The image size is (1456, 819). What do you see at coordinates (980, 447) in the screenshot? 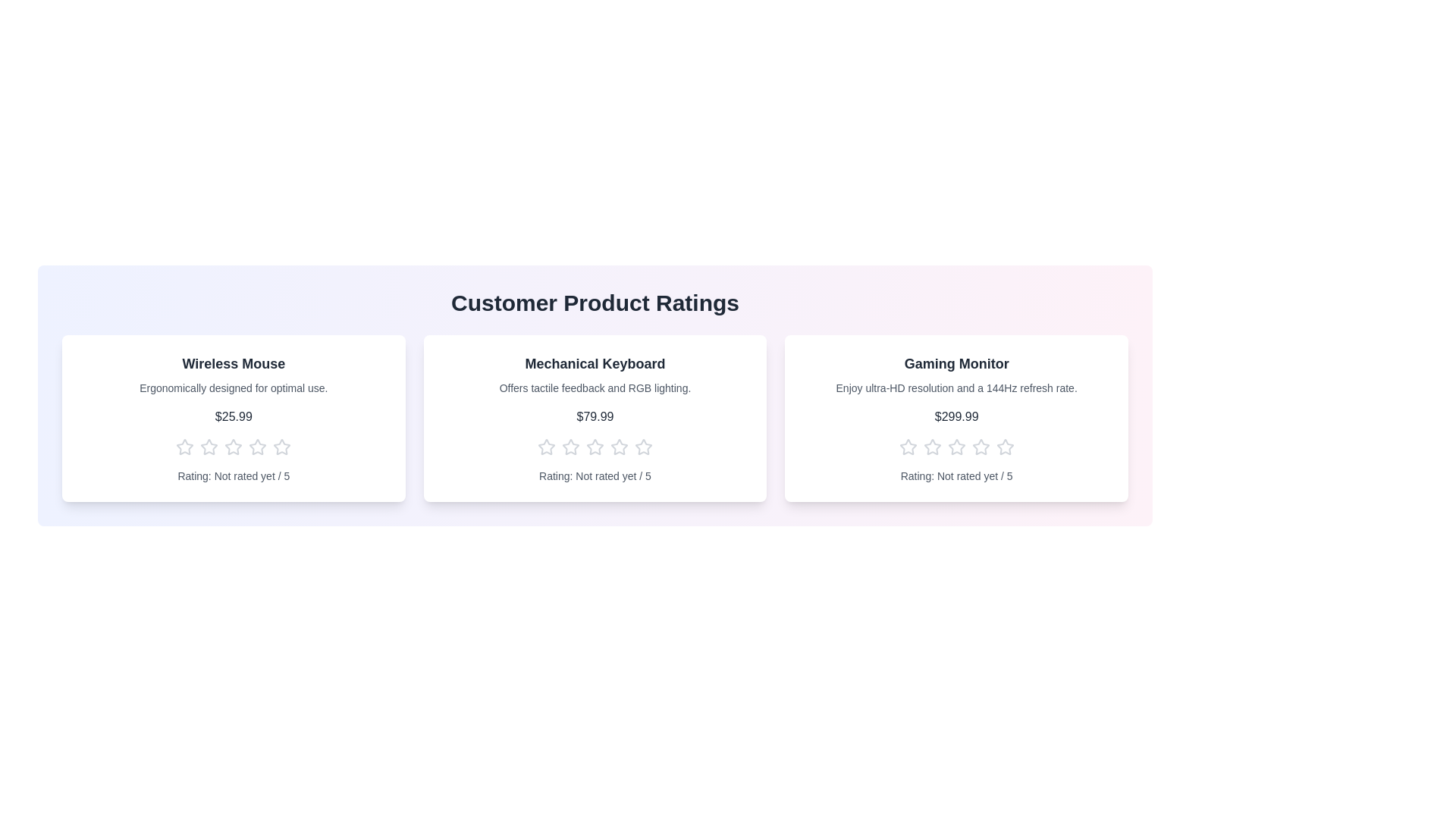
I see `the star corresponding to the rating 4 for the product Gaming Monitor` at bounding box center [980, 447].